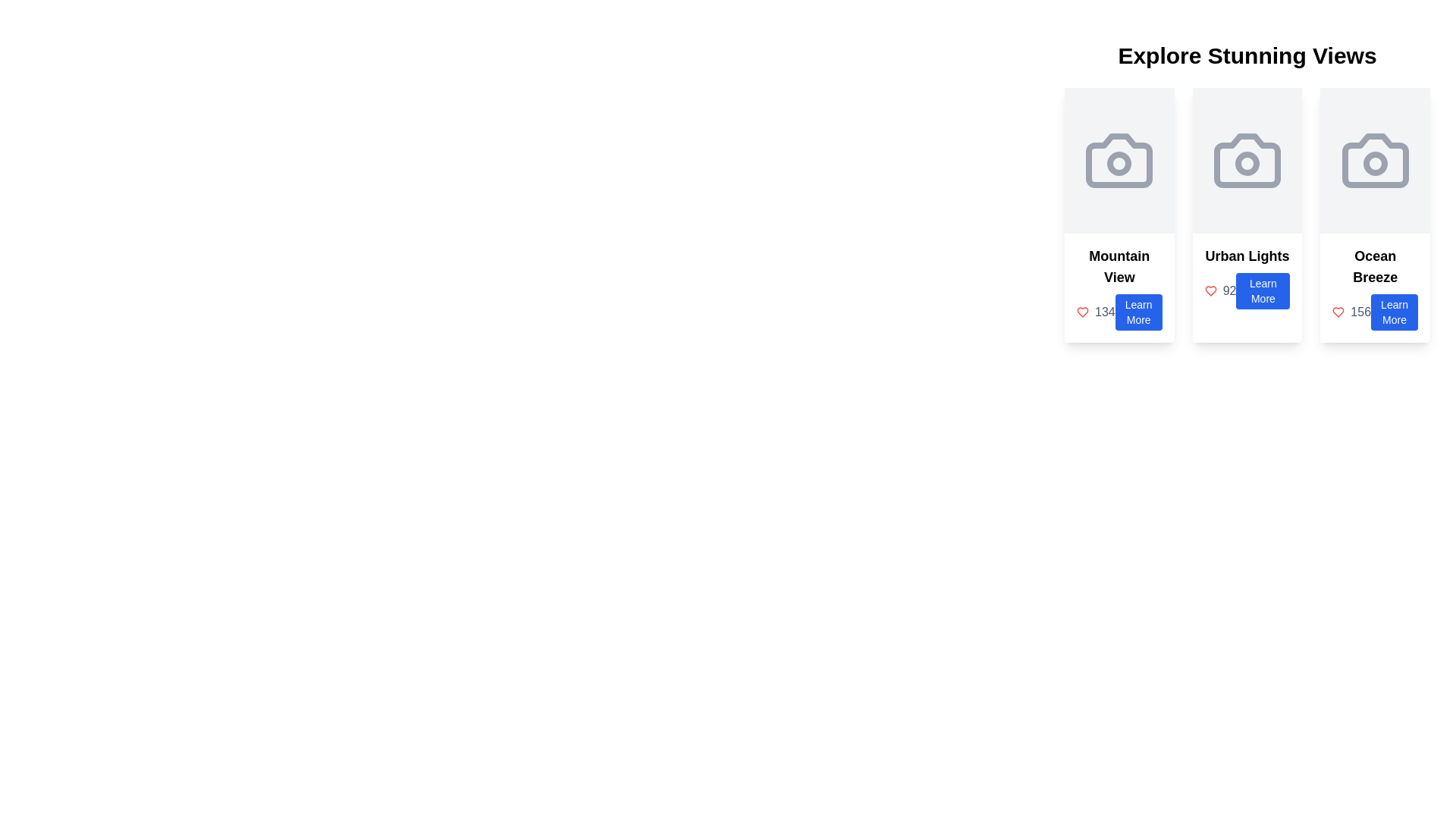  I want to click on the blue rectangular button labeled 'Learn More' located at the bottom-right corner of the 'Urban Lights' card, so click(1247, 291).